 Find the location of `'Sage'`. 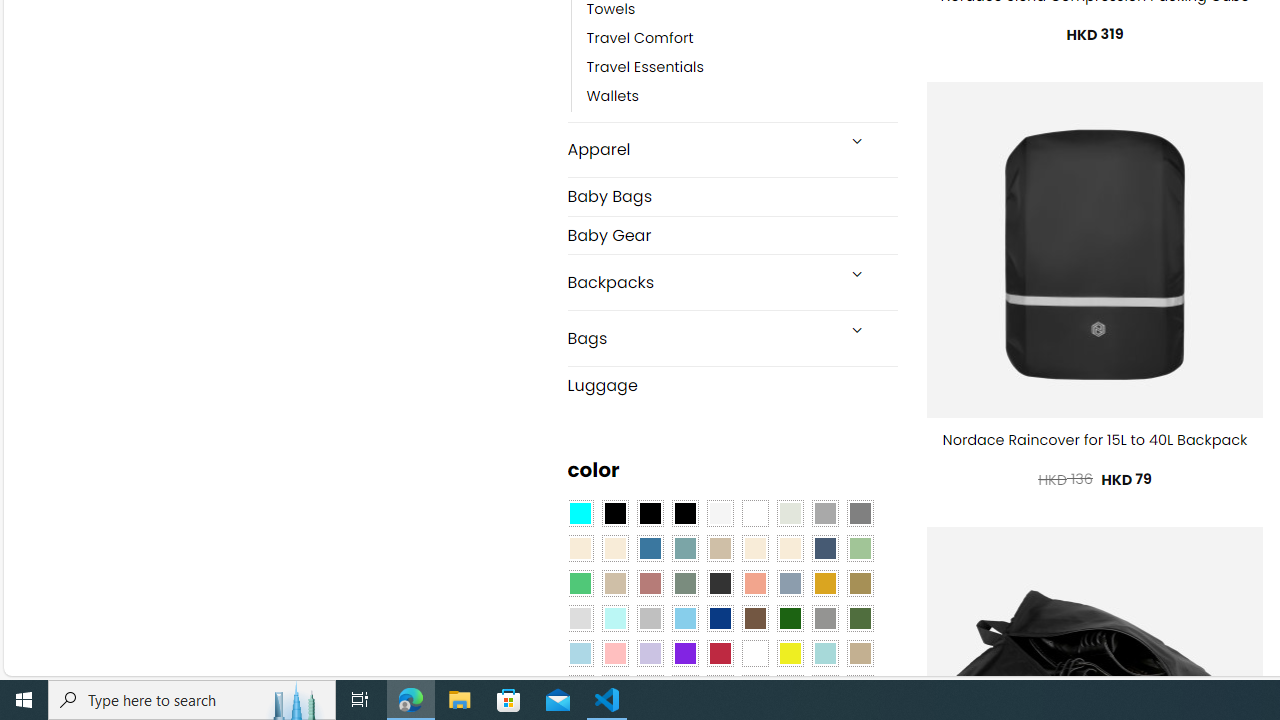

'Sage' is located at coordinates (684, 583).